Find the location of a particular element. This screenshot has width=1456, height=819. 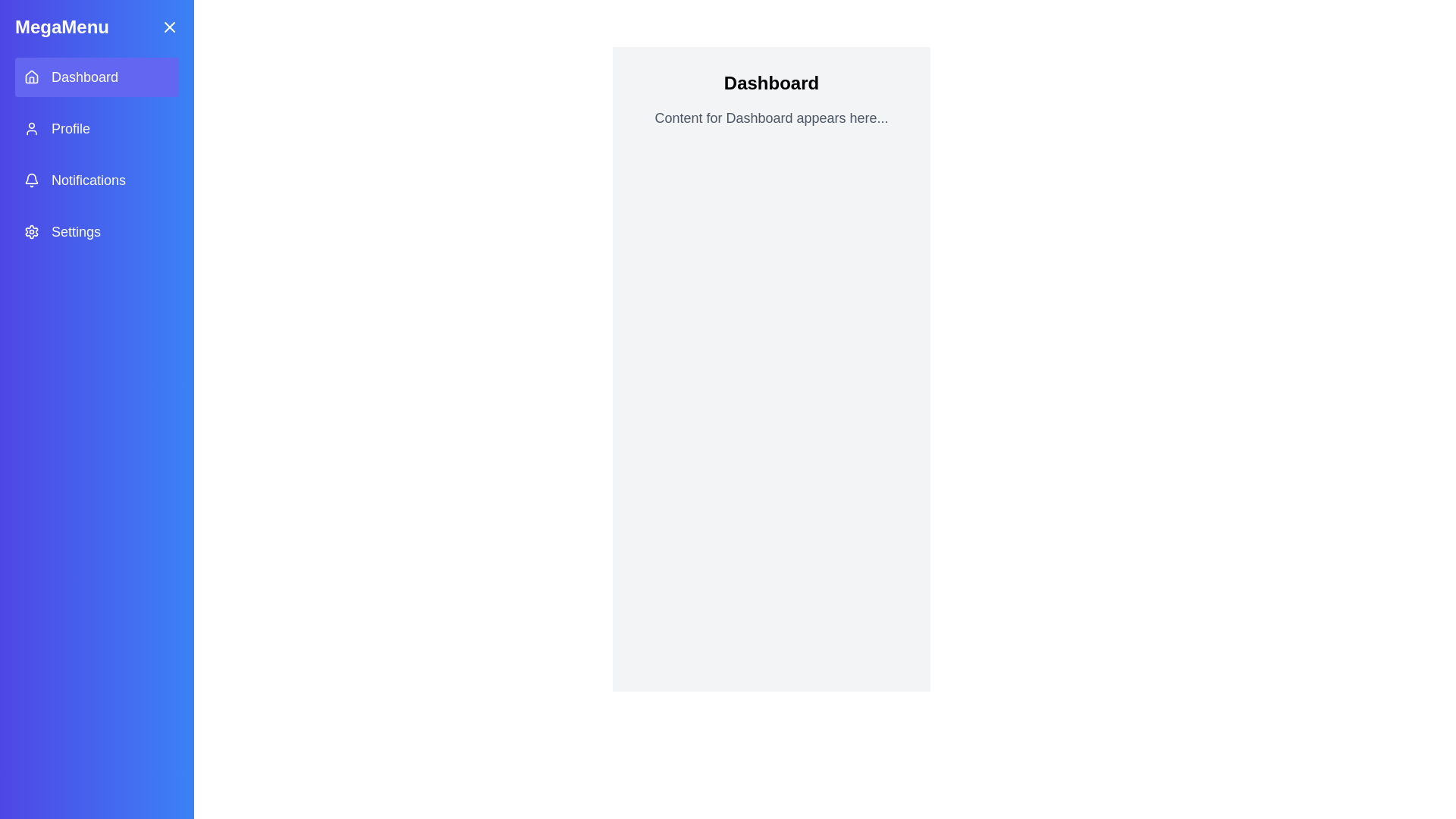

the text element located below 'Dashboard' in the middle-right part of the layout, which serves as a placeholder for content display is located at coordinates (771, 117).